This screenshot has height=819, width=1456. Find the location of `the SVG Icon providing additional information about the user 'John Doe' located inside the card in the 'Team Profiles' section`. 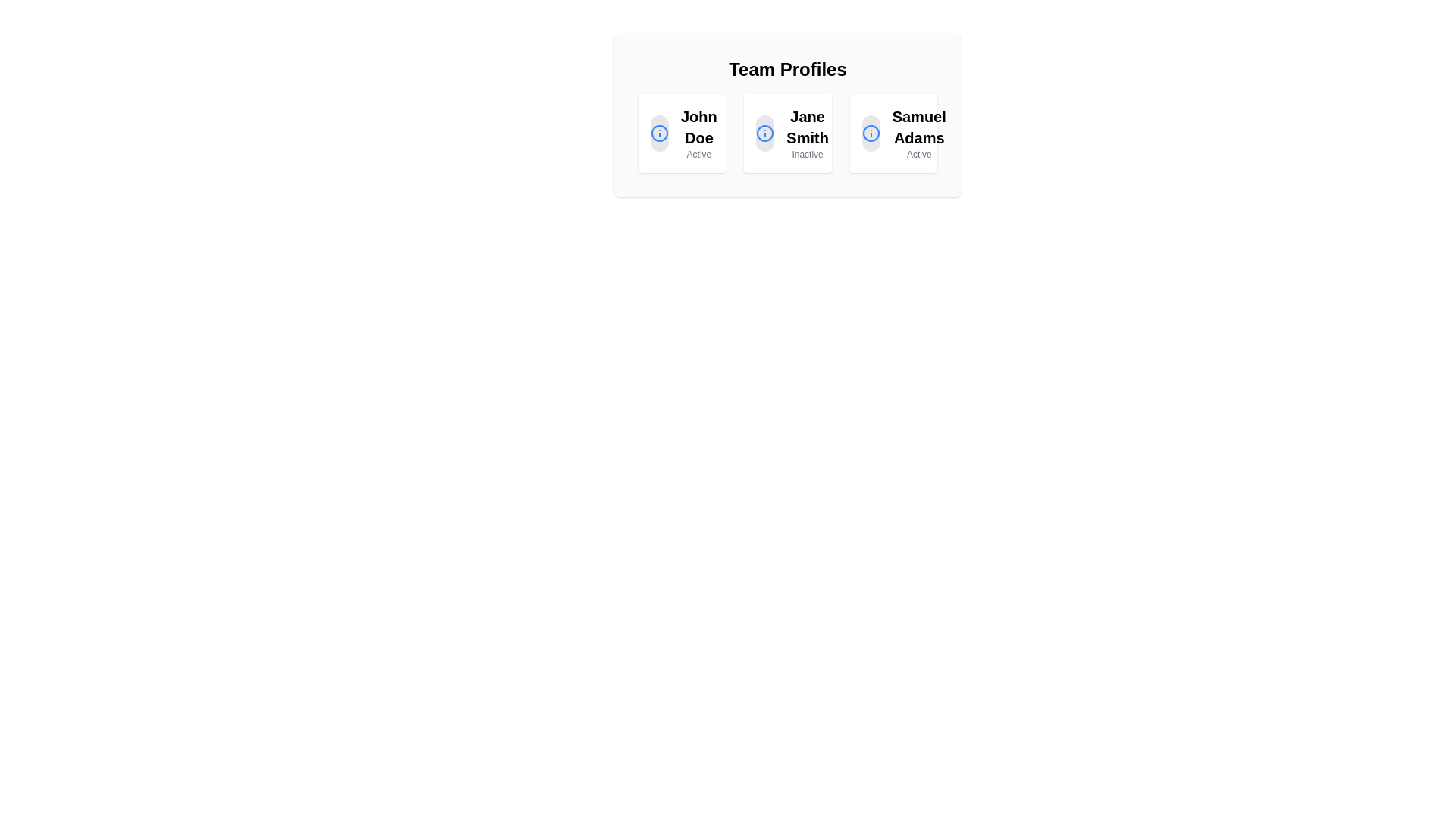

the SVG Icon providing additional information about the user 'John Doe' located inside the card in the 'Team Profiles' section is located at coordinates (659, 133).